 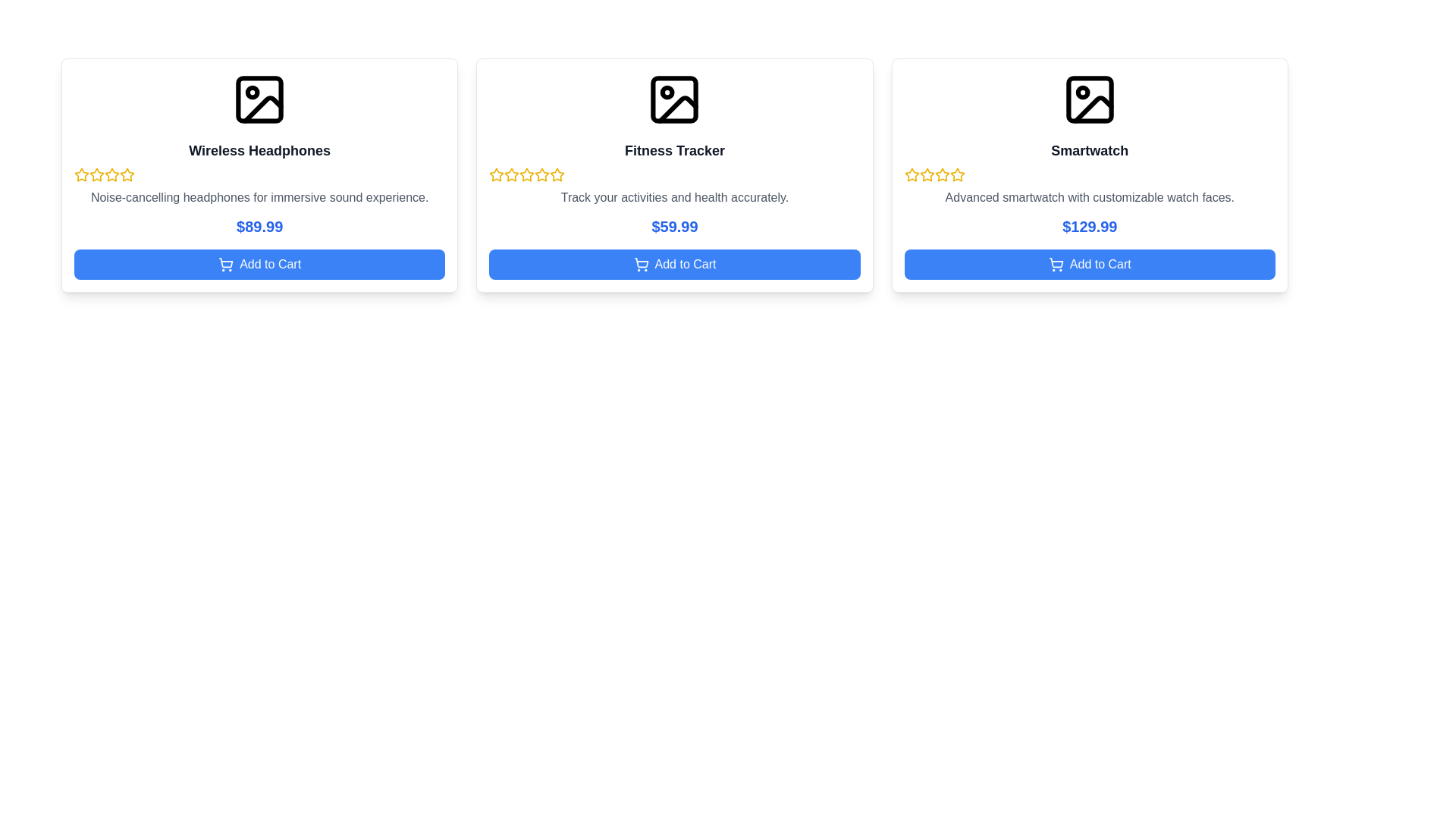 I want to click on the graphical marker located within the leftmost product card titled 'Wireless Headphones,' which is positioned inside the image icon at the top of the card, near the upper-left corner of the icon, so click(x=253, y=93).